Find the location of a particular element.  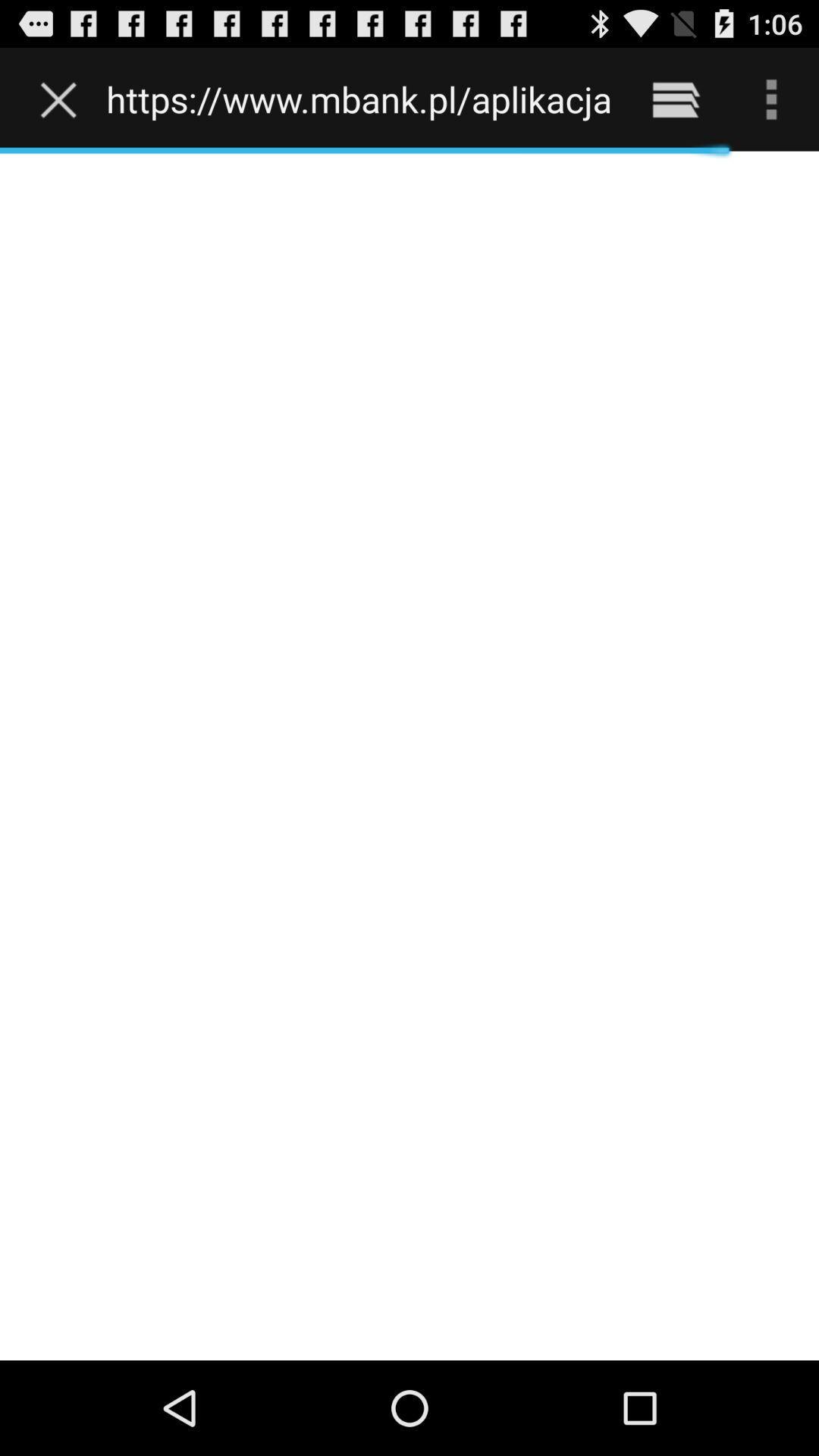

icon next to the https www mbank icon is located at coordinates (61, 99).